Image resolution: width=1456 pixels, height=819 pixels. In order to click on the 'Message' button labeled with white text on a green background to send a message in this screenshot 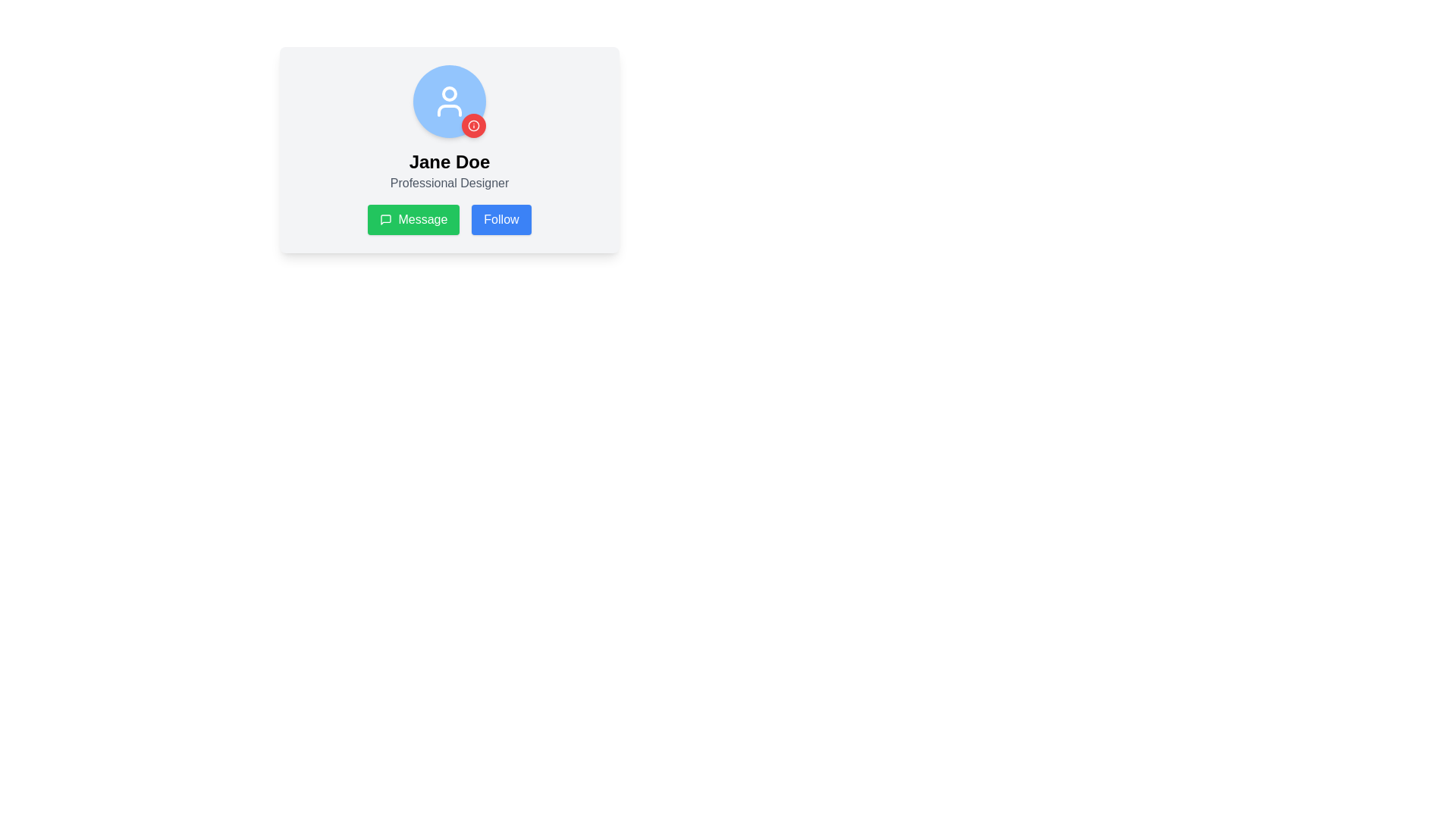, I will do `click(422, 219)`.